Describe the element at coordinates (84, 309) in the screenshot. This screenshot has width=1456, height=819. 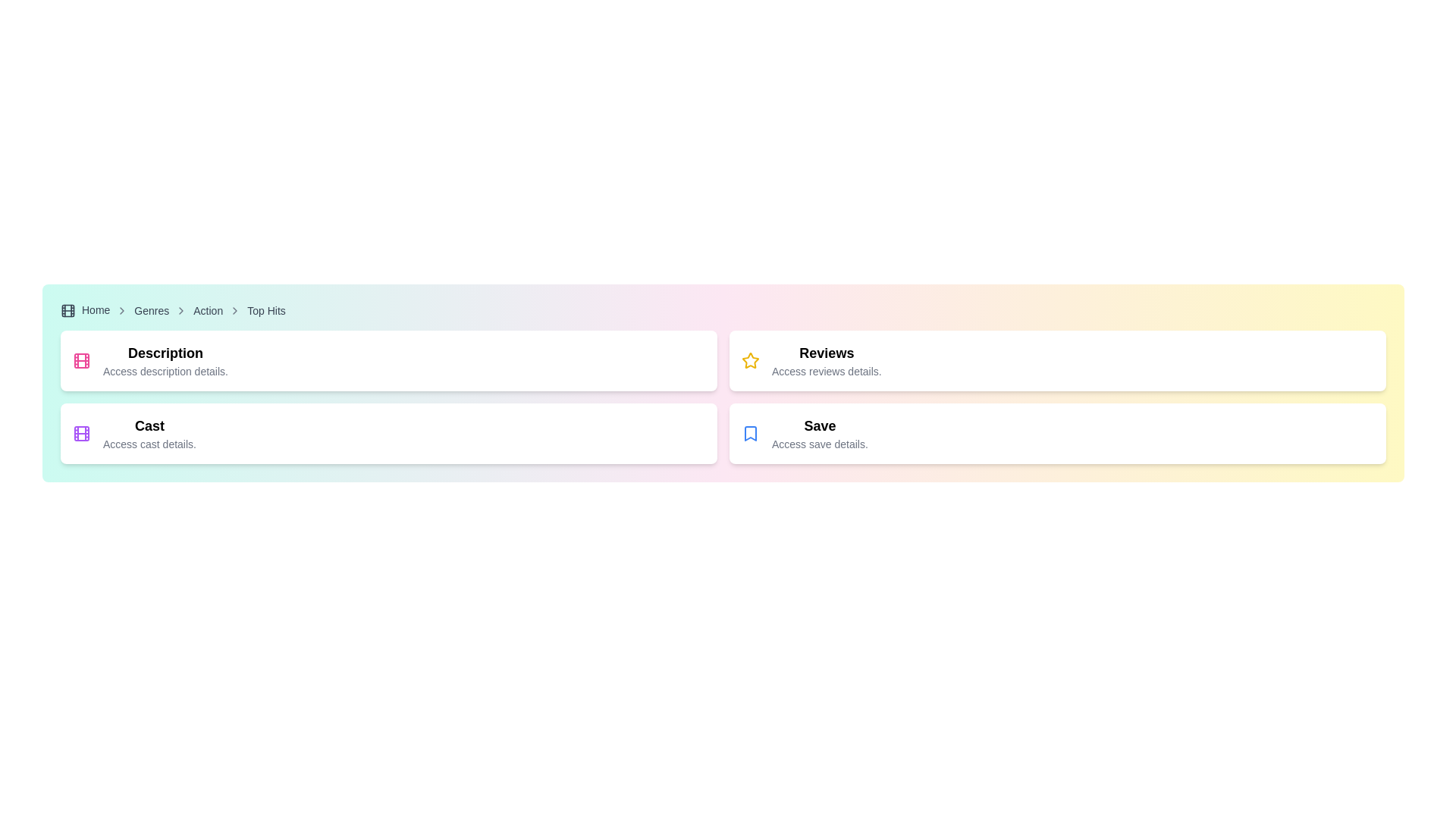
I see `the clickable text link with an associated icon located at the far left of the breadcrumb navigation section to change its color to blue` at that location.